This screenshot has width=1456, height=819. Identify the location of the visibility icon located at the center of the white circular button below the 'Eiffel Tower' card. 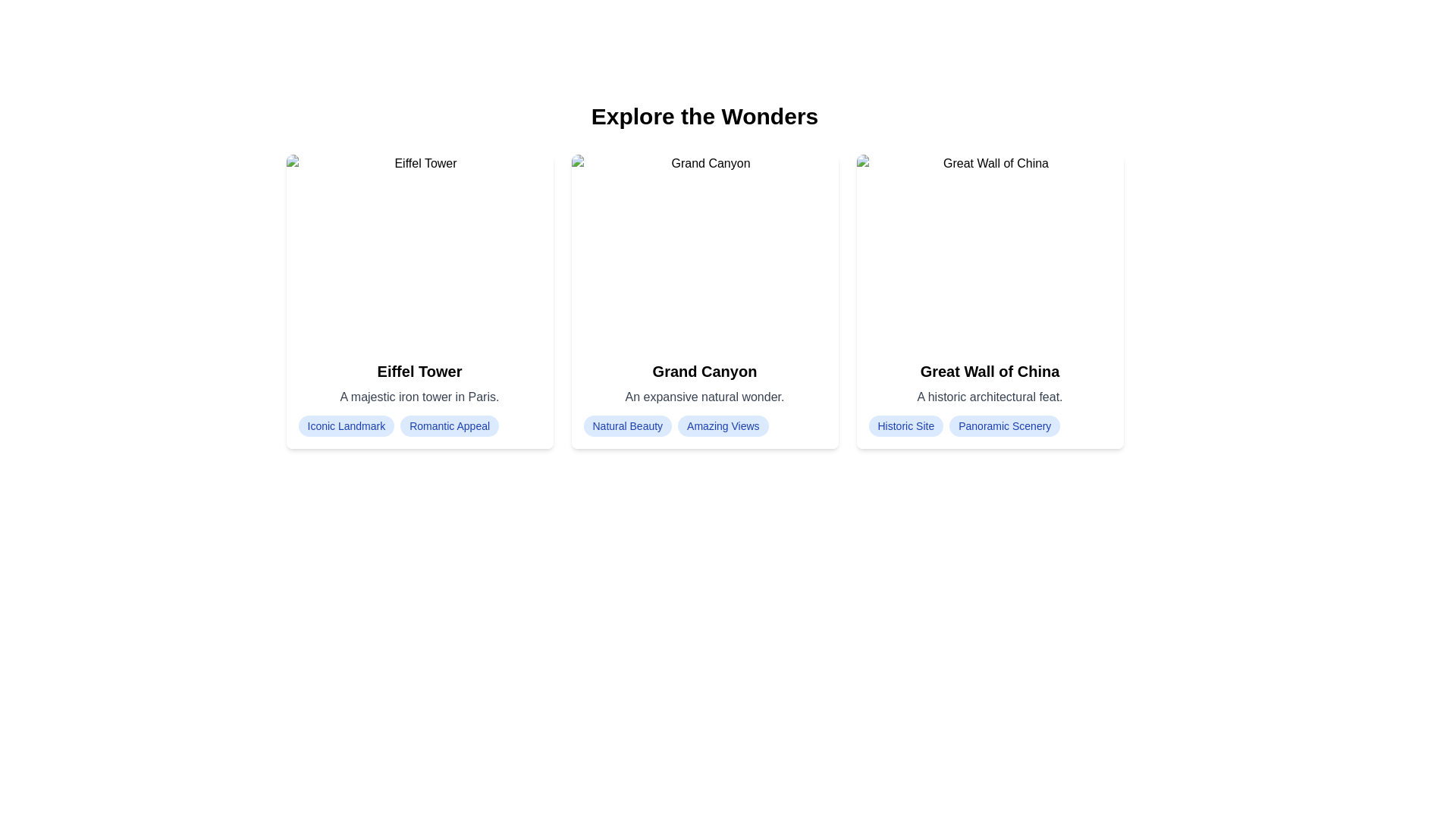
(419, 421).